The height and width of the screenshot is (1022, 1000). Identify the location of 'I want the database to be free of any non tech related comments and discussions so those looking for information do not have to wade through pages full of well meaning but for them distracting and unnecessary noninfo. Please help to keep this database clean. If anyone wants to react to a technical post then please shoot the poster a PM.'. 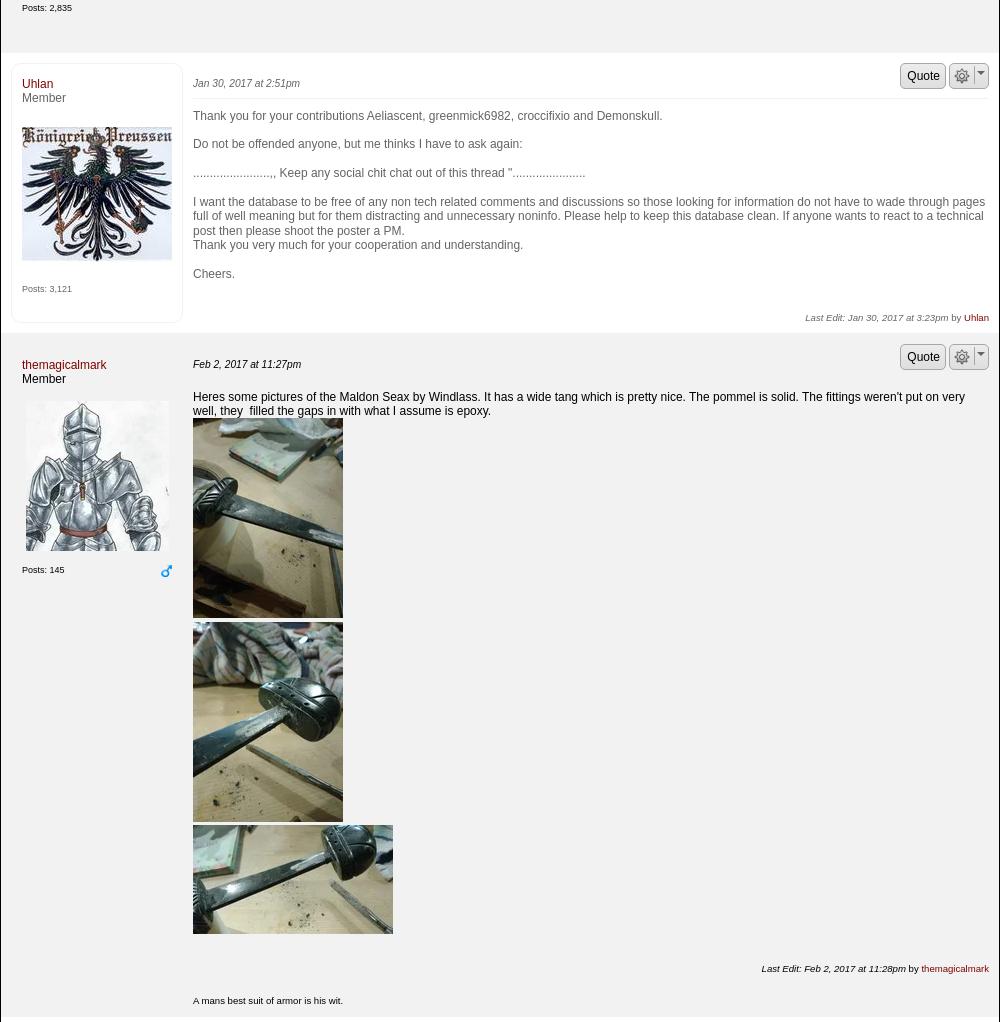
(588, 216).